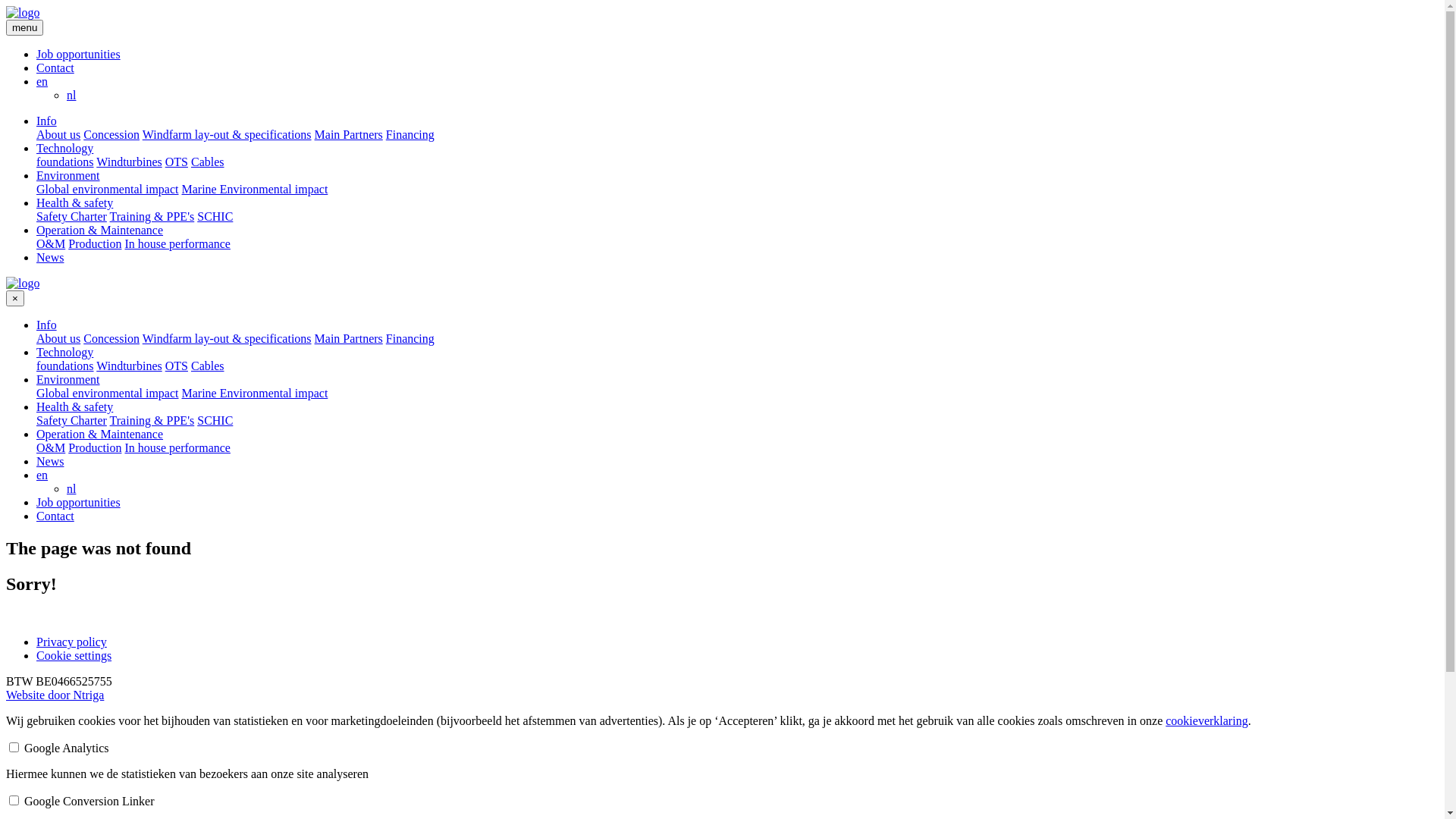 This screenshot has height=819, width=1456. What do you see at coordinates (6, 695) in the screenshot?
I see `'Website door Ntriga'` at bounding box center [6, 695].